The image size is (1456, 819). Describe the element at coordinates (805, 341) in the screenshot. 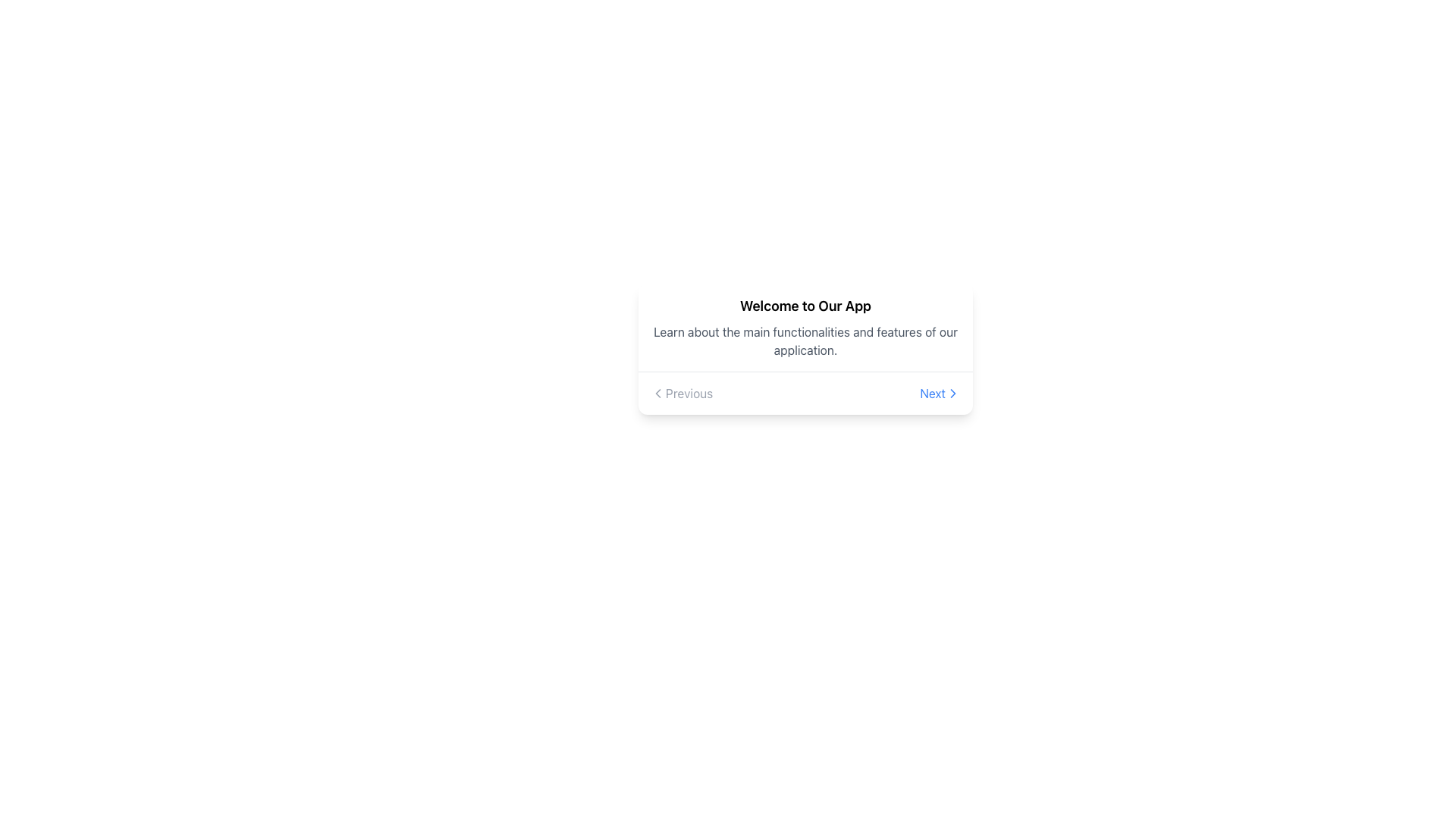

I see `the static text element that displays 'Learn about the main functionalities and features of our application.' which is styled in gray (#808080) and is positioned below the 'Welcome to Our App' heading` at that location.